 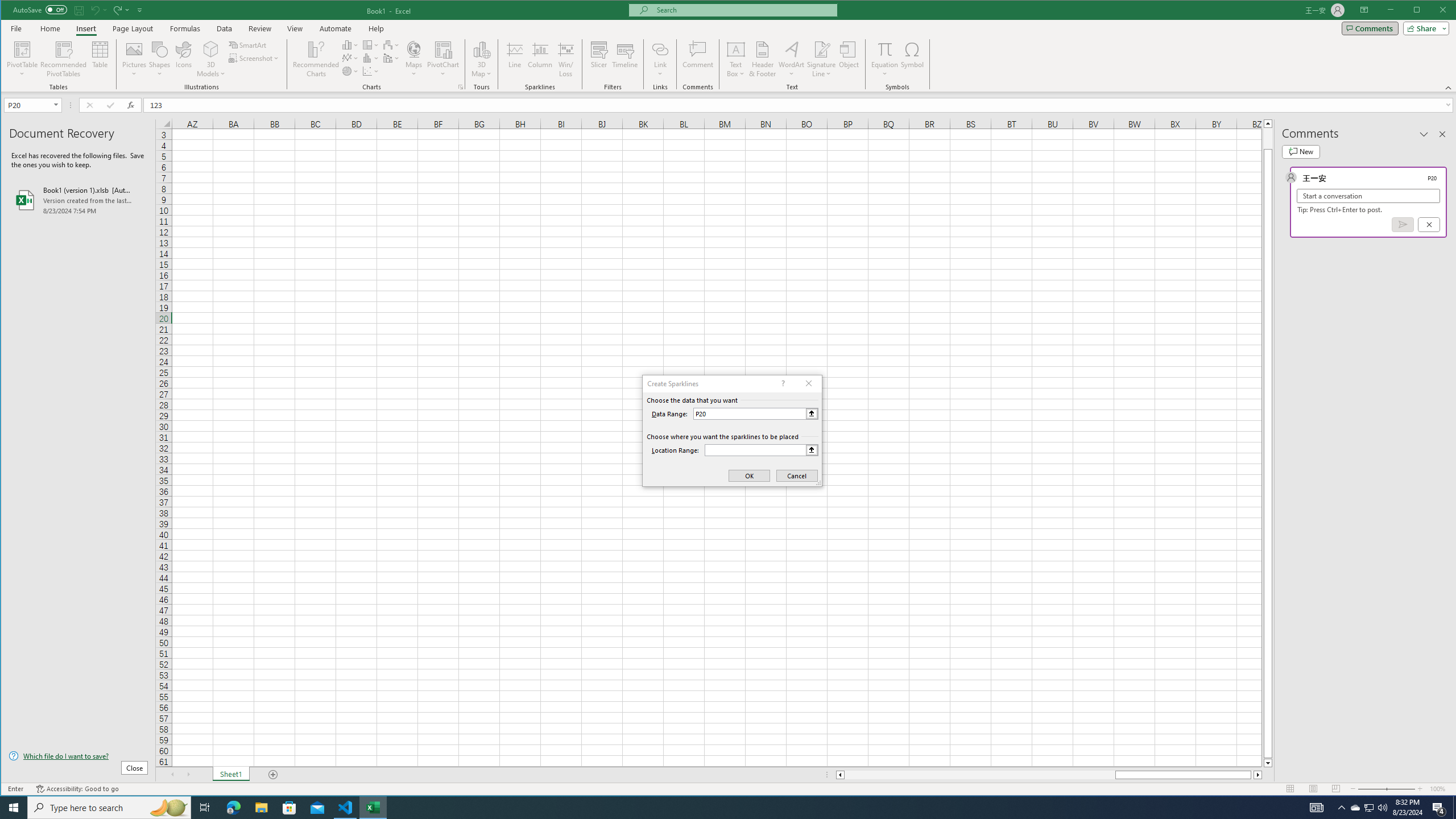 What do you see at coordinates (1368, 196) in the screenshot?
I see `'Start a conversation'` at bounding box center [1368, 196].